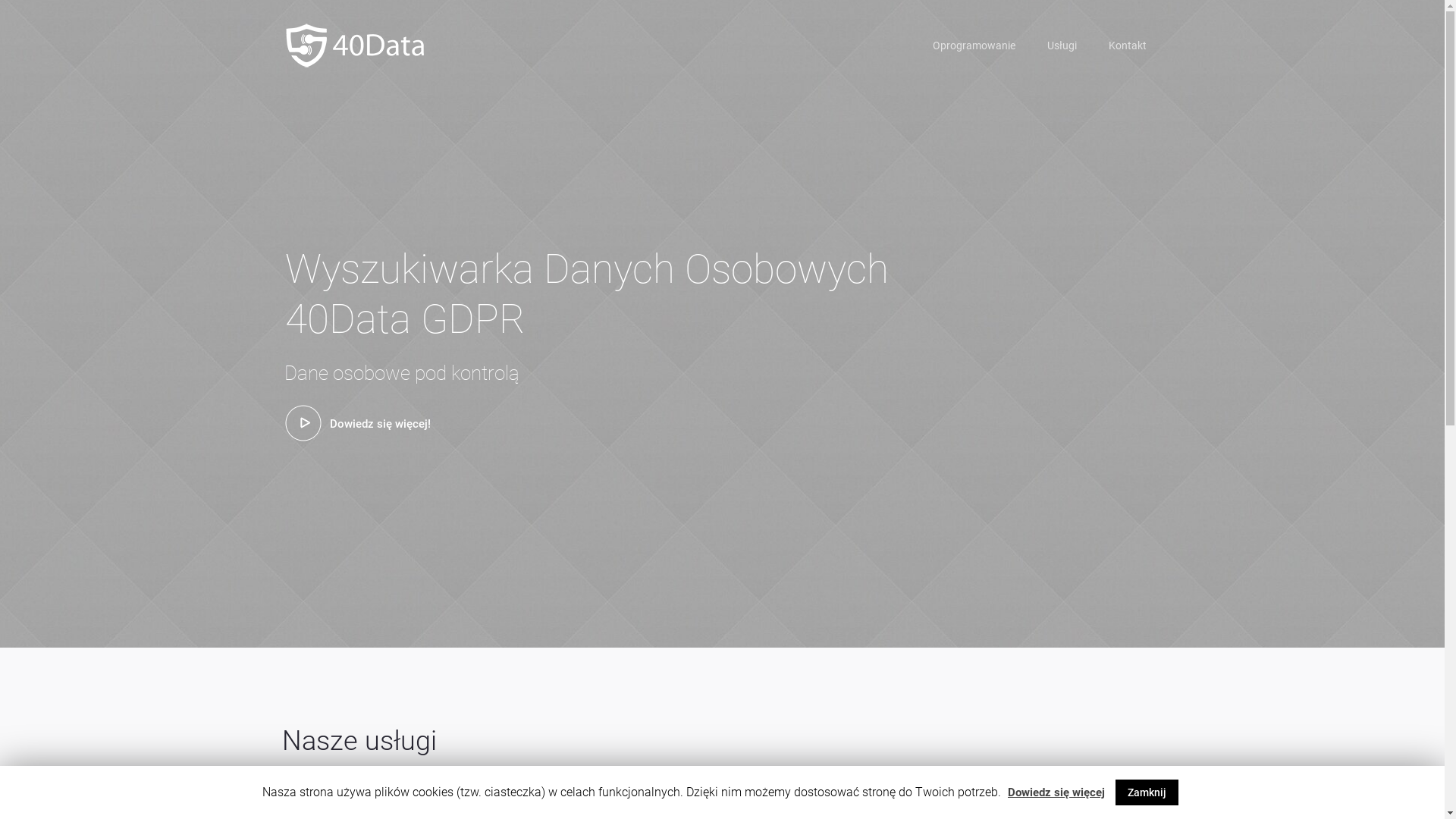 The height and width of the screenshot is (819, 1456). What do you see at coordinates (1127, 45) in the screenshot?
I see `'Kontakt'` at bounding box center [1127, 45].